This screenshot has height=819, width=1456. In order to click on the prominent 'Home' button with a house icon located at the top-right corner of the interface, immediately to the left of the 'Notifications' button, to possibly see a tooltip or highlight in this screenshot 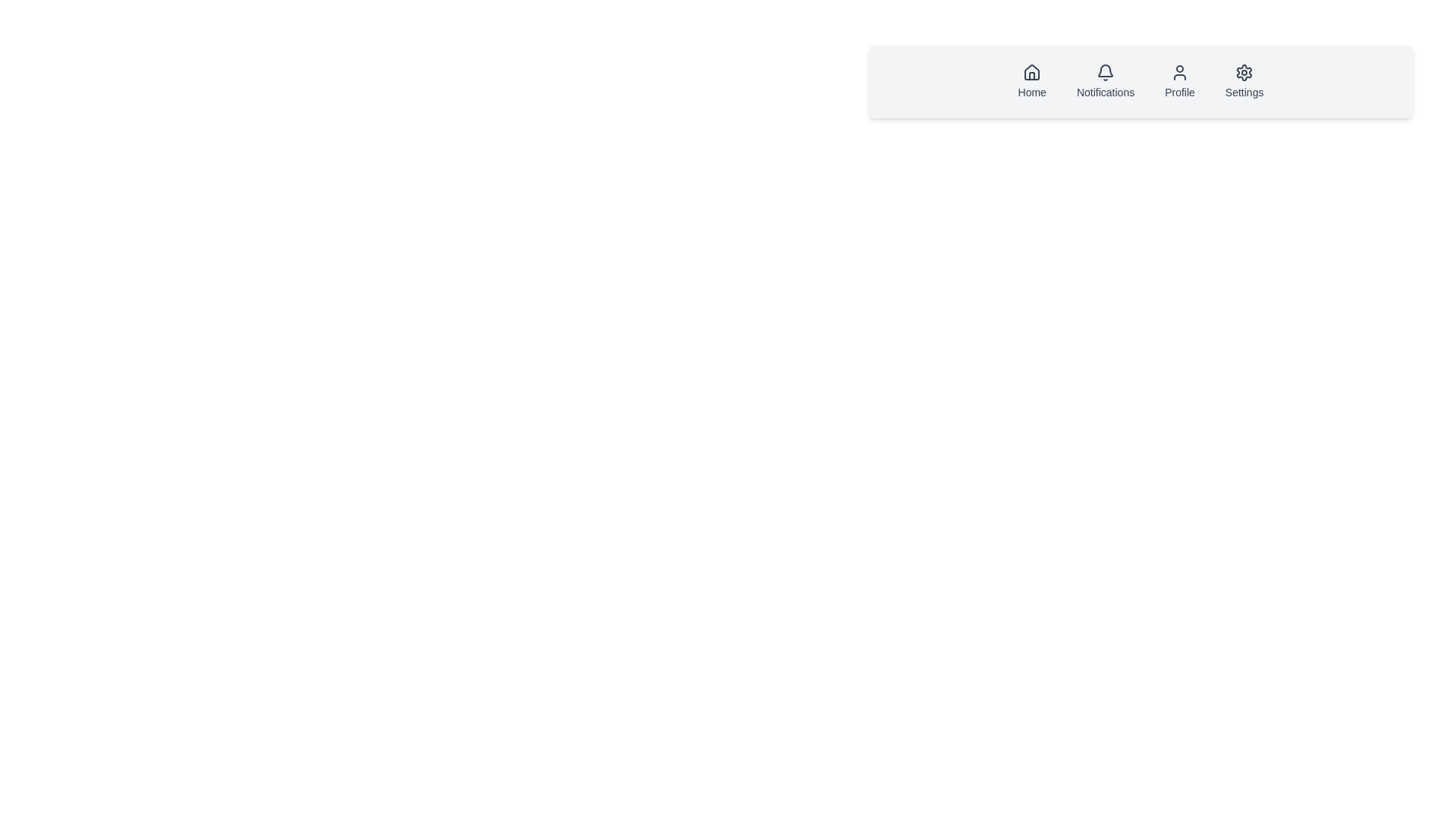, I will do `click(1031, 82)`.